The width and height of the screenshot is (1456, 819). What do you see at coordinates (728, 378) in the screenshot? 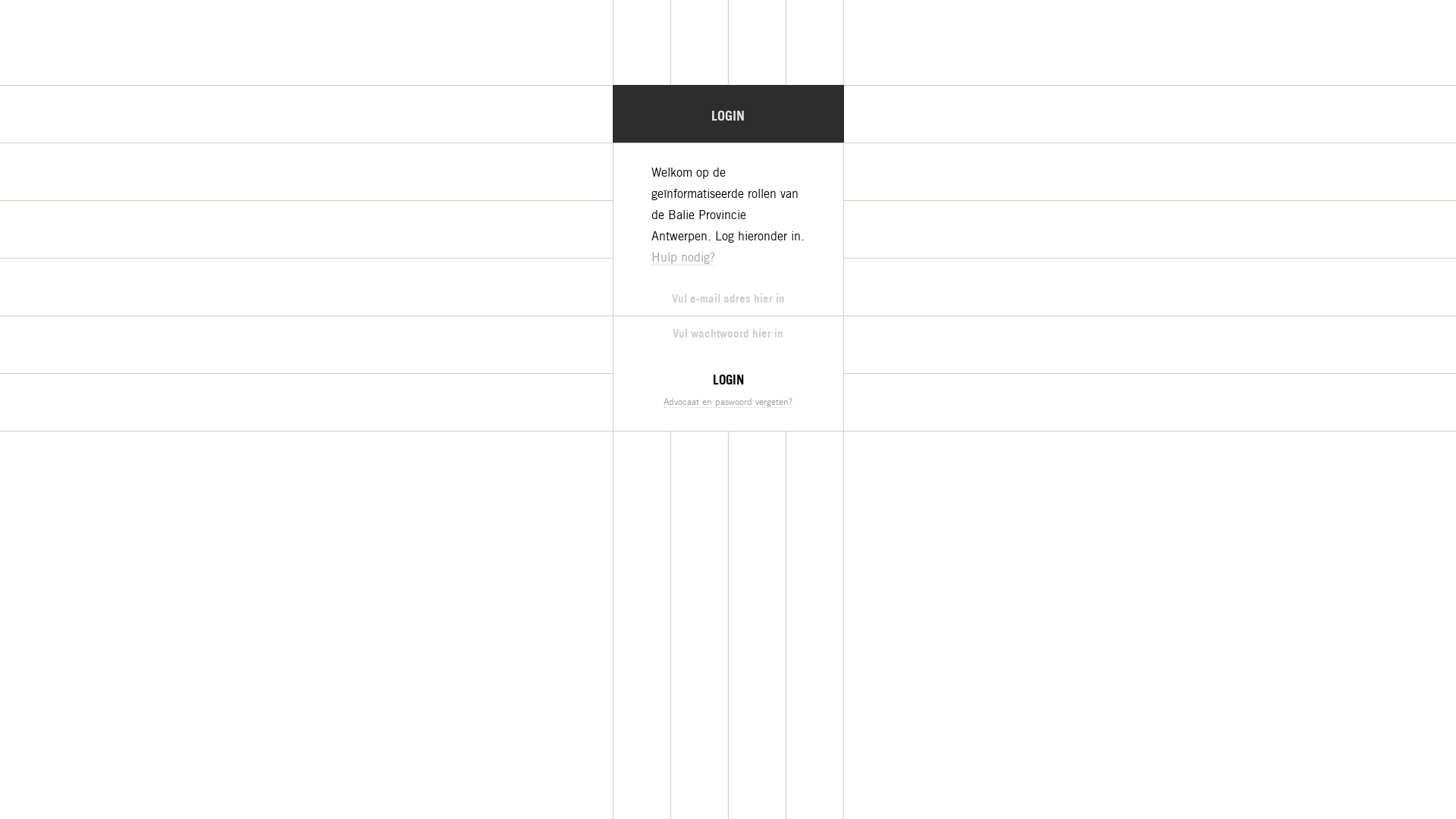
I see `'Login'` at bounding box center [728, 378].